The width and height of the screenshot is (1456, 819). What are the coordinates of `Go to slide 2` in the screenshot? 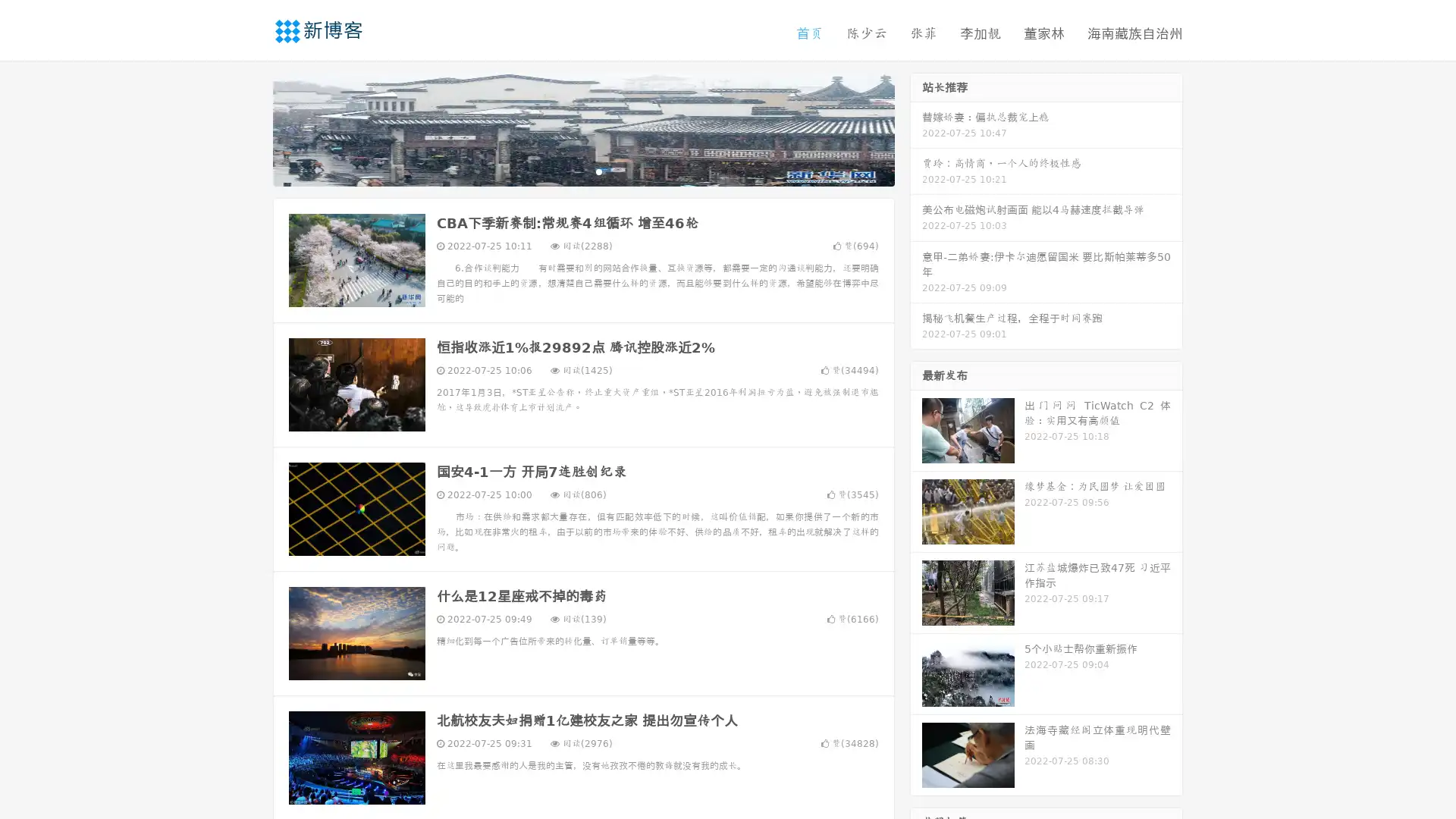 It's located at (582, 171).